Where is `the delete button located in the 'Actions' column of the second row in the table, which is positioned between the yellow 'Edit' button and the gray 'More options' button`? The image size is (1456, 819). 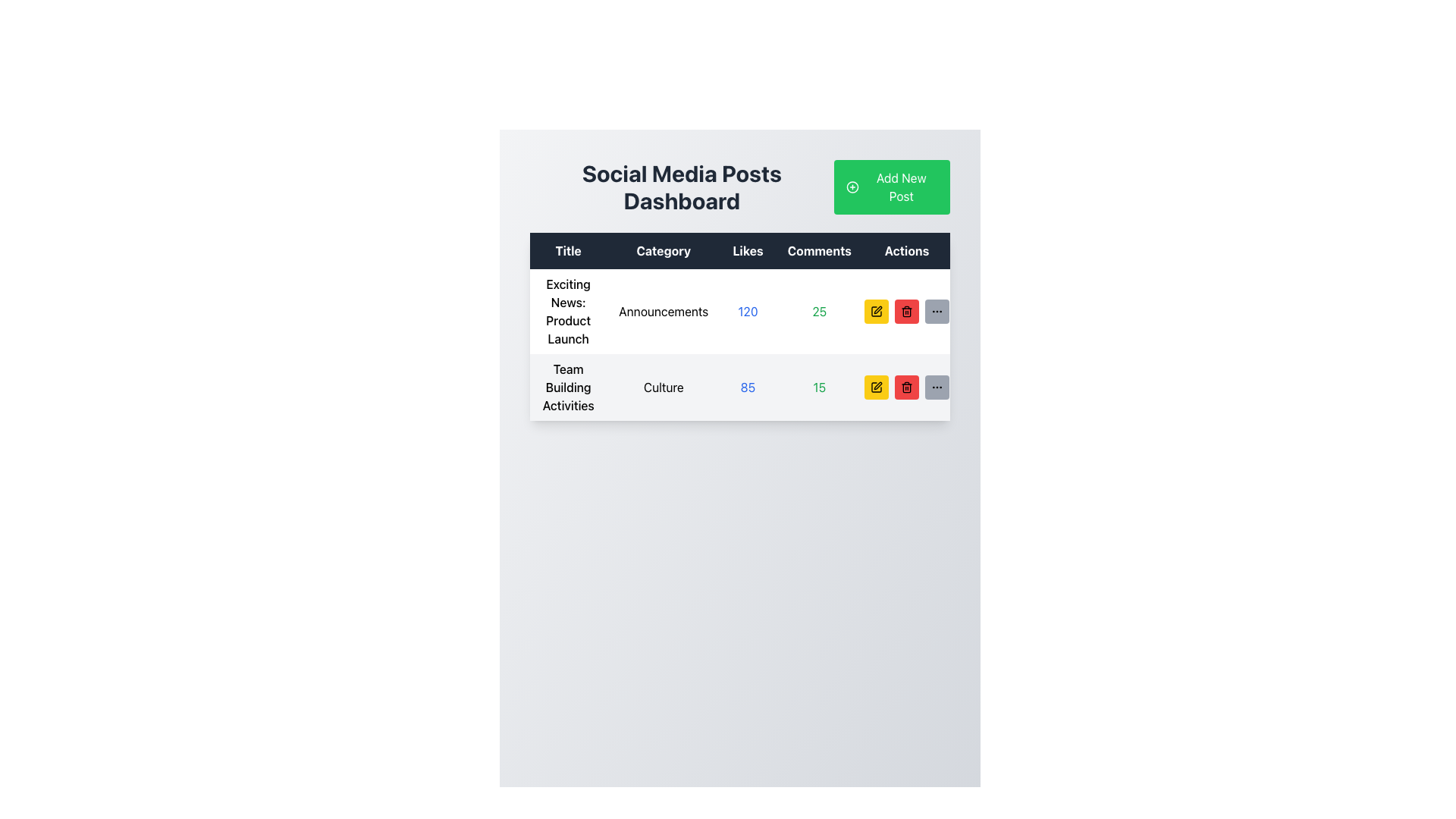
the delete button located in the 'Actions' column of the second row in the table, which is positioned between the yellow 'Edit' button and the gray 'More options' button is located at coordinates (906, 386).